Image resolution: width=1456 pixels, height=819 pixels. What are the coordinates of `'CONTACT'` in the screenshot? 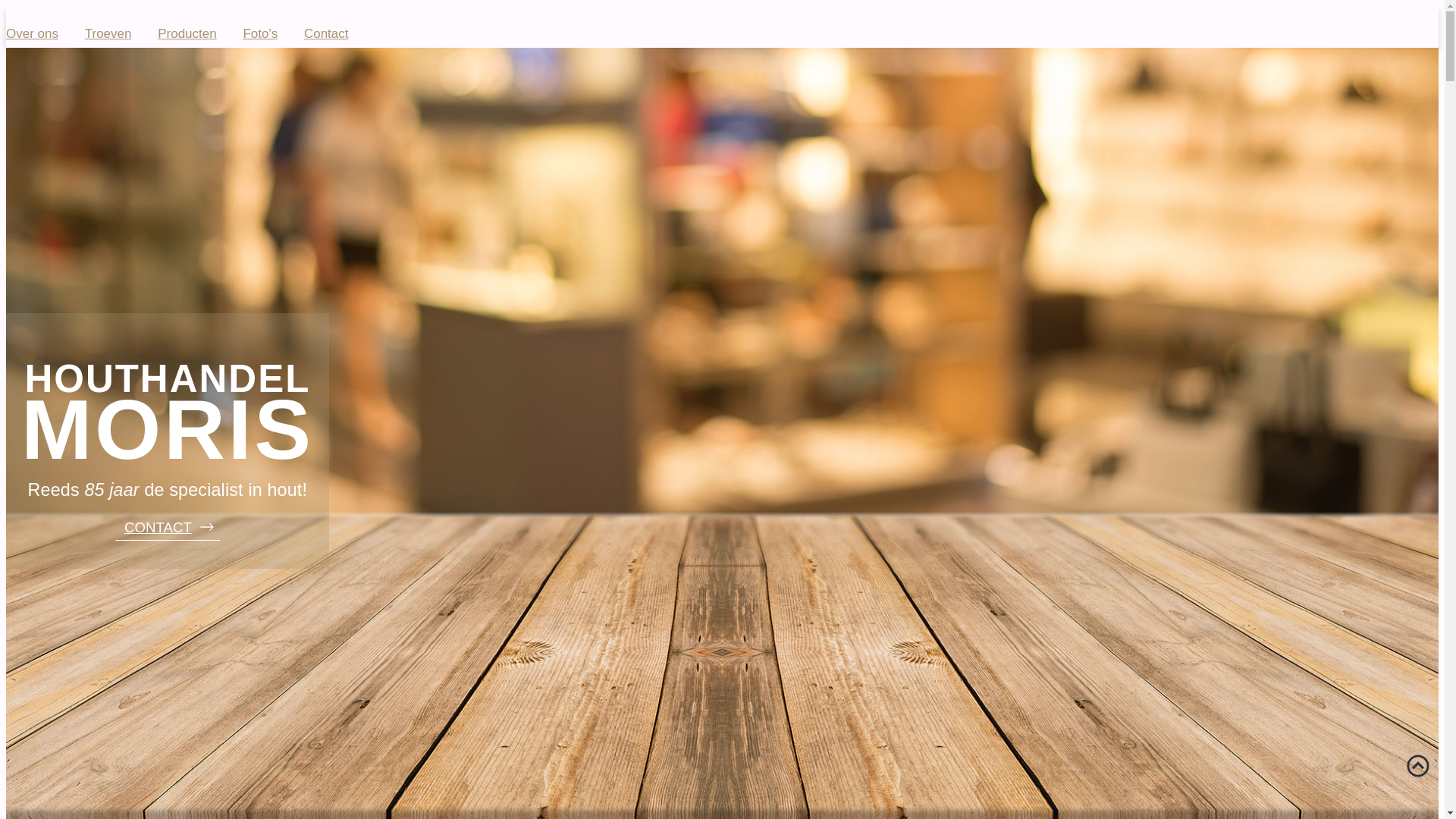 It's located at (167, 526).